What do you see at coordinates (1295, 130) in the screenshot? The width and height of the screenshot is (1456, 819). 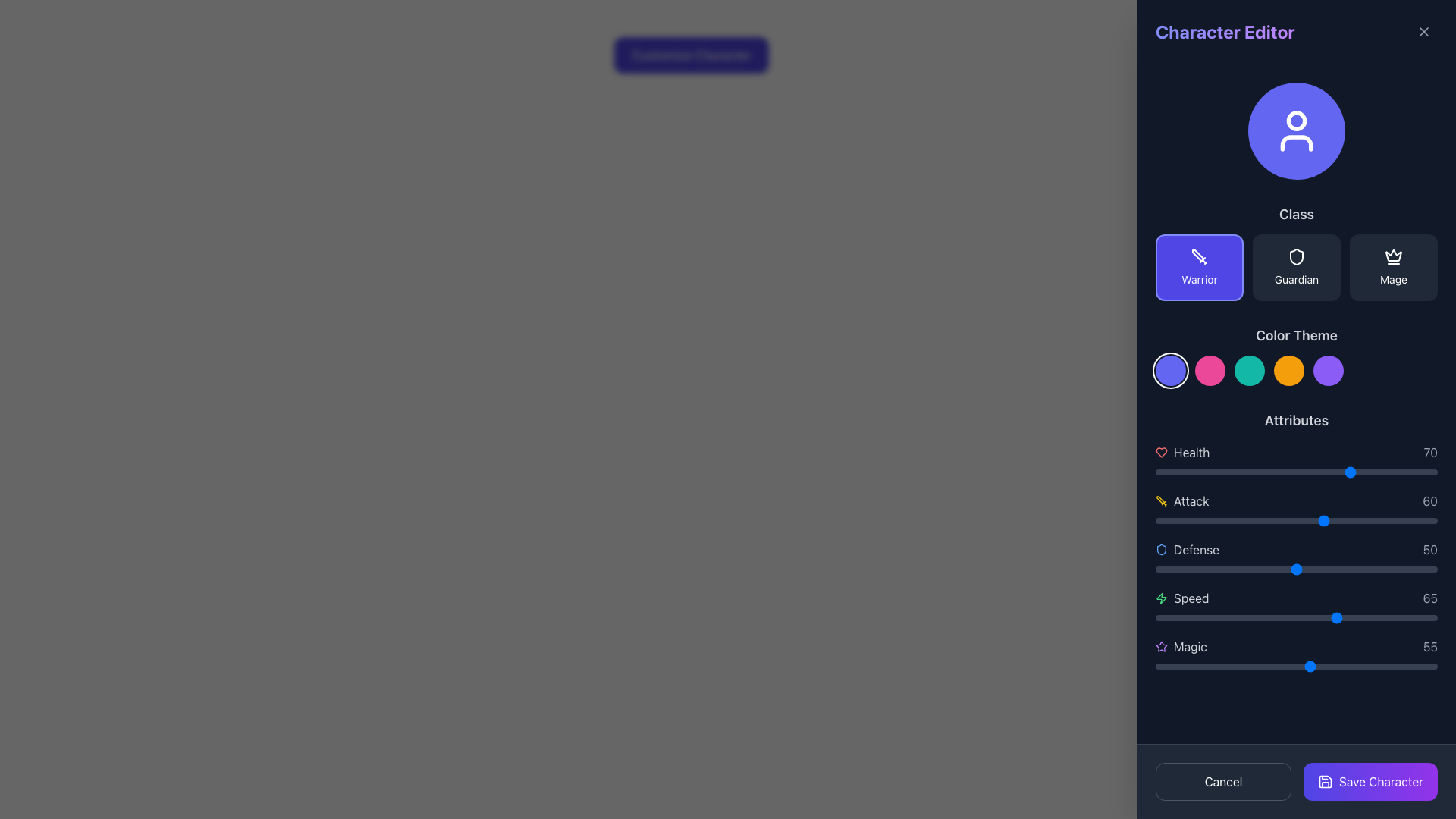 I see `the profile image icon, which is centered within a purple circular background in the 'Character Editor' sidebar panel` at bounding box center [1295, 130].